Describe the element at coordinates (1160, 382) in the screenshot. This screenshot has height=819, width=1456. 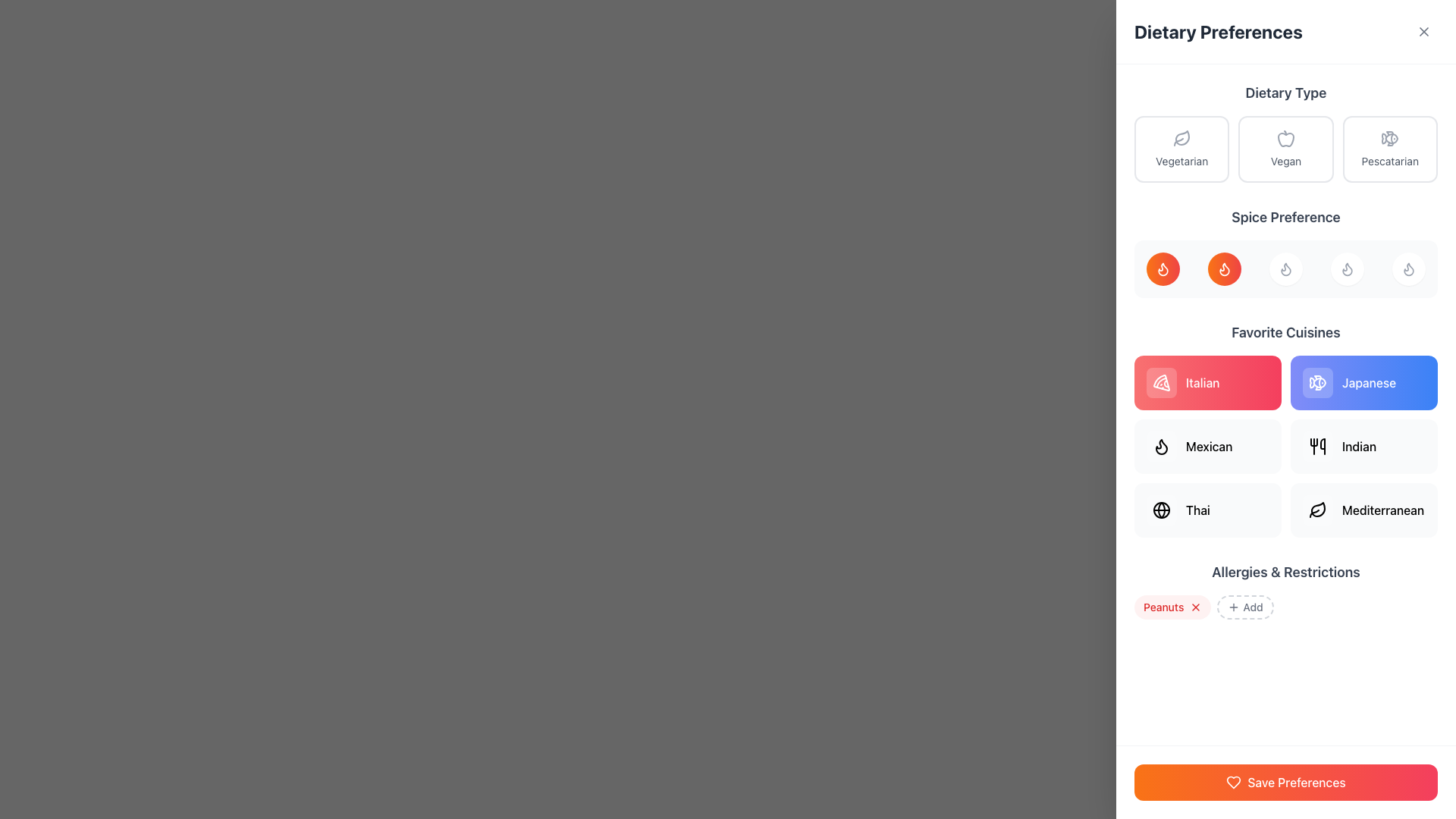
I see `the 'Italian' favorite cuisine button located under the 'Favorite Cuisines' section` at that location.